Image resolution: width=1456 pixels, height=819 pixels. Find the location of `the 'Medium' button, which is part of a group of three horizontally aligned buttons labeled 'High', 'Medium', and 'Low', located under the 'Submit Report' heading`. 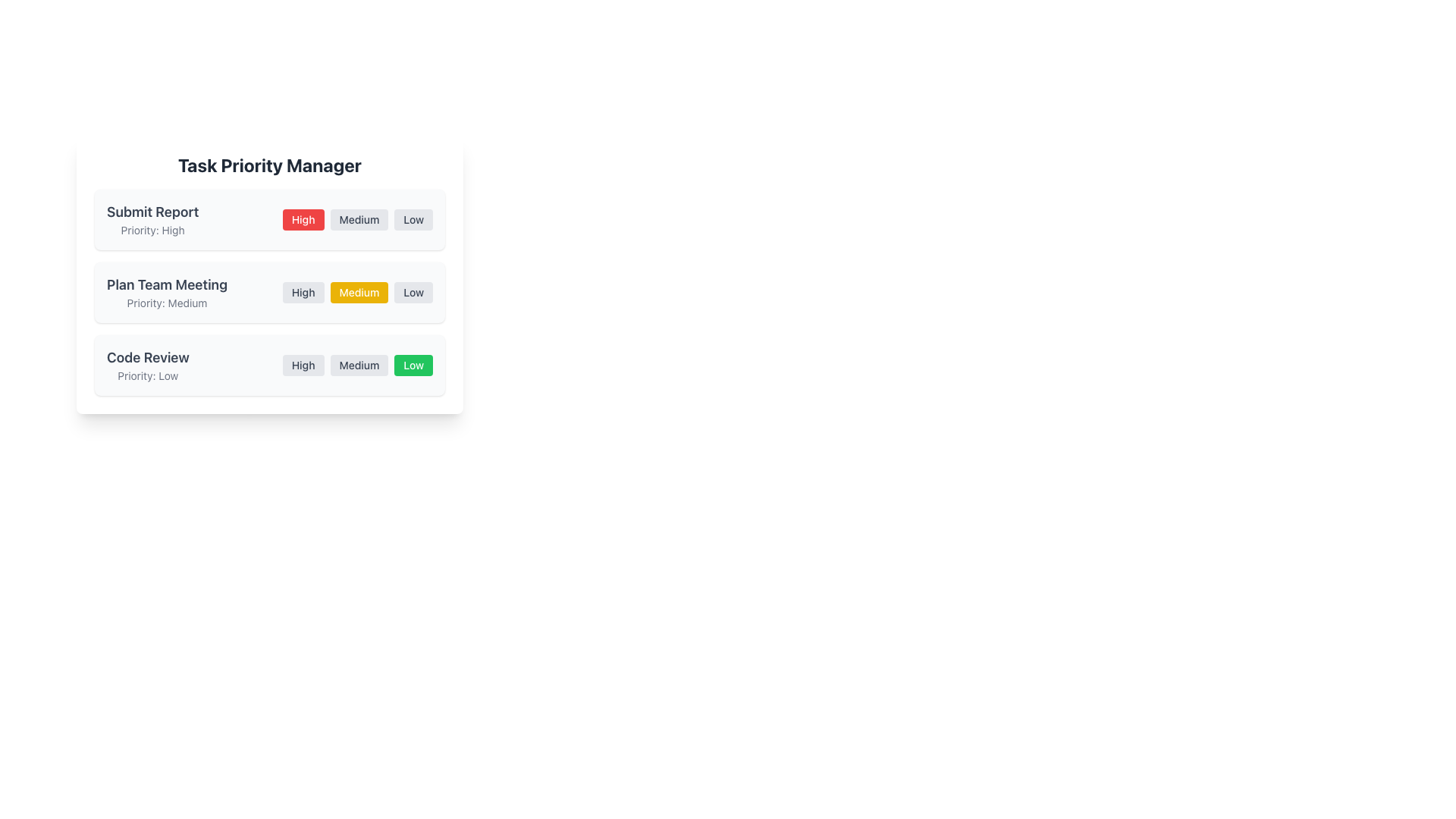

the 'Medium' button, which is part of a group of three horizontally aligned buttons labeled 'High', 'Medium', and 'Low', located under the 'Submit Report' heading is located at coordinates (356, 219).